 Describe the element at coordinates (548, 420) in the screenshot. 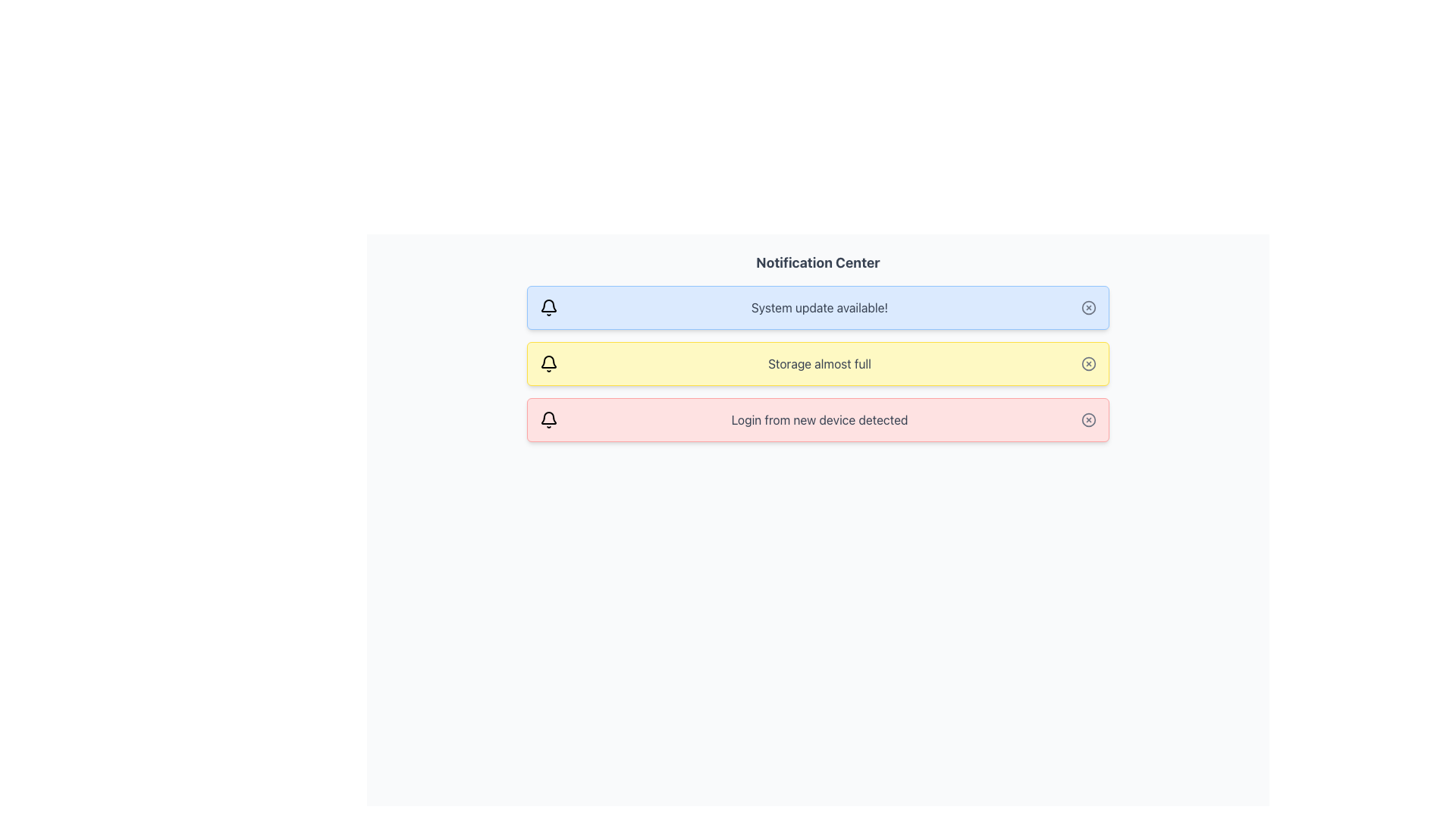

I see `the alert icon located at the far left of the red notification card that contains the text 'Login from new device detected'` at that location.